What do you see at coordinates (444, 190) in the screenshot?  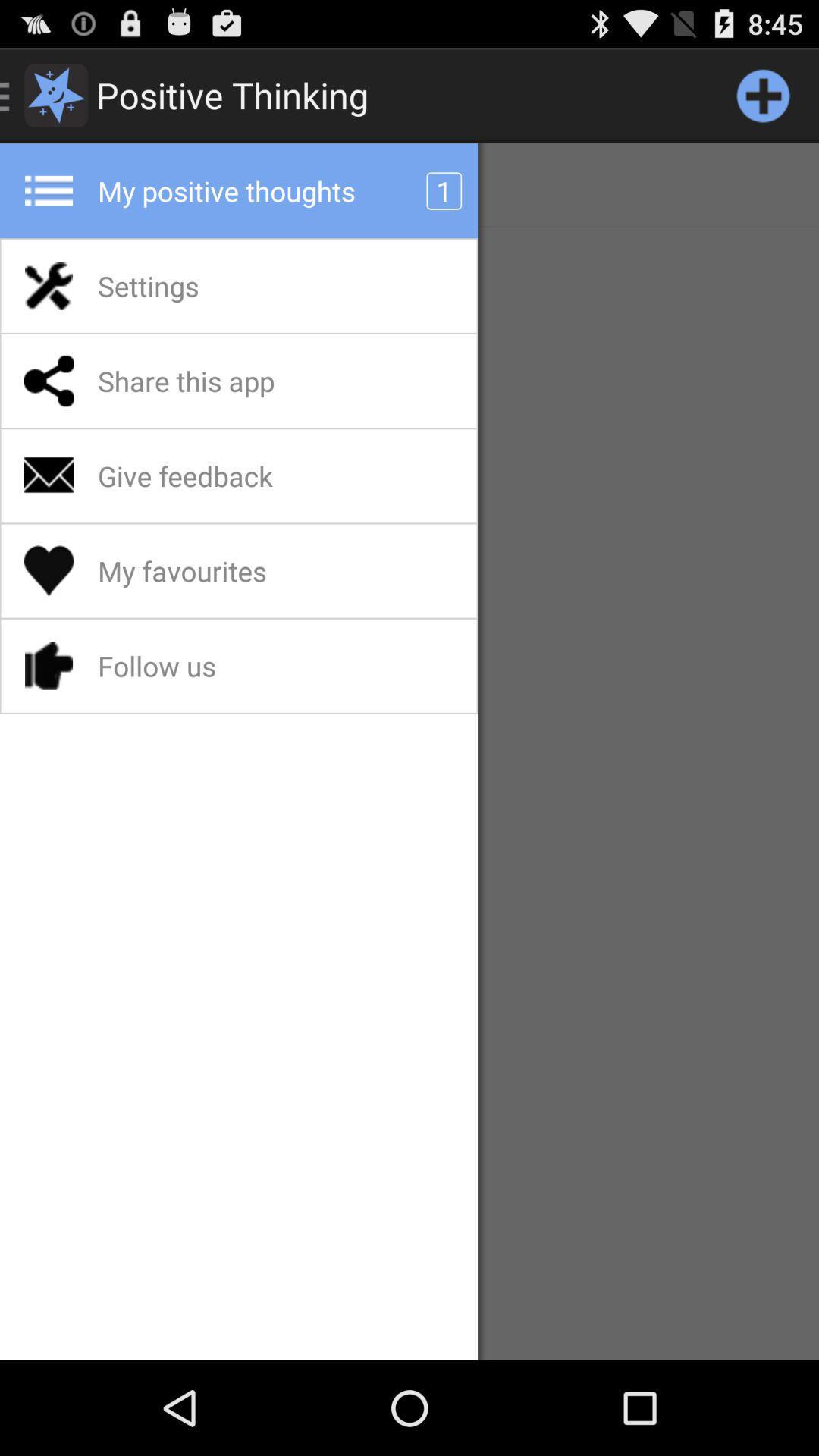 I see `1 app` at bounding box center [444, 190].